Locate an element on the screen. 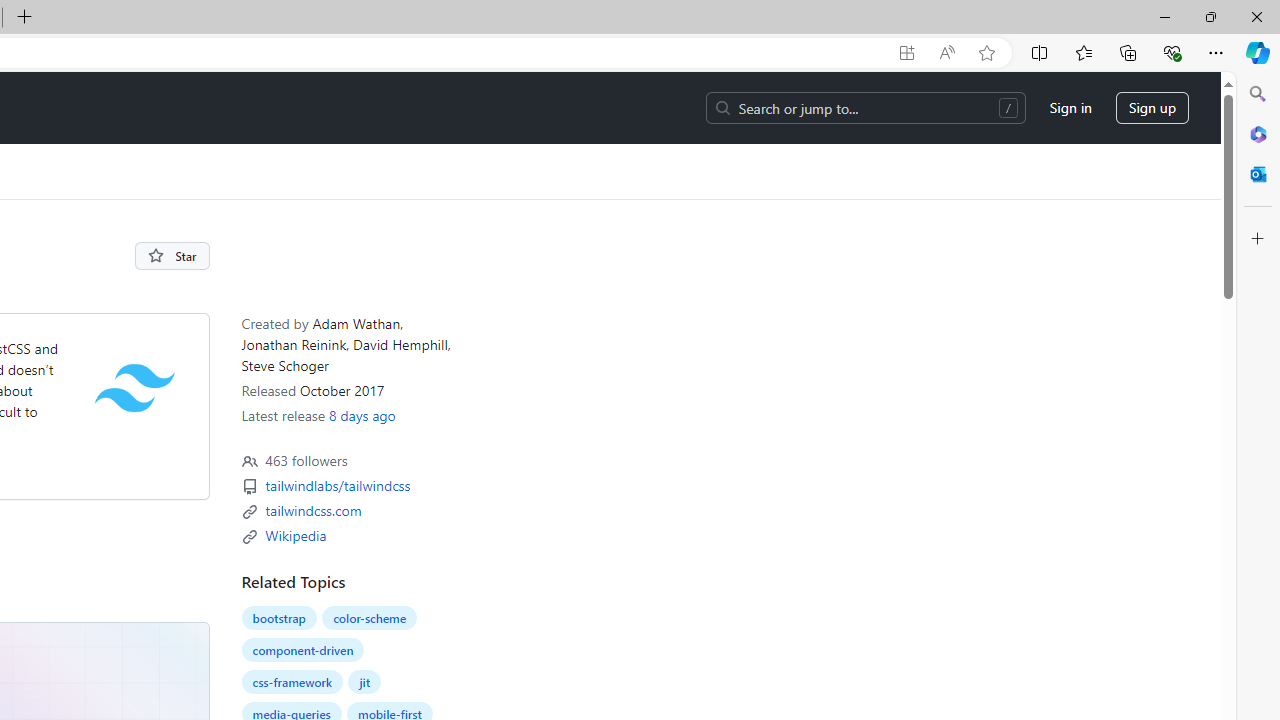  'App available. Install GitHub' is located at coordinates (905, 52).